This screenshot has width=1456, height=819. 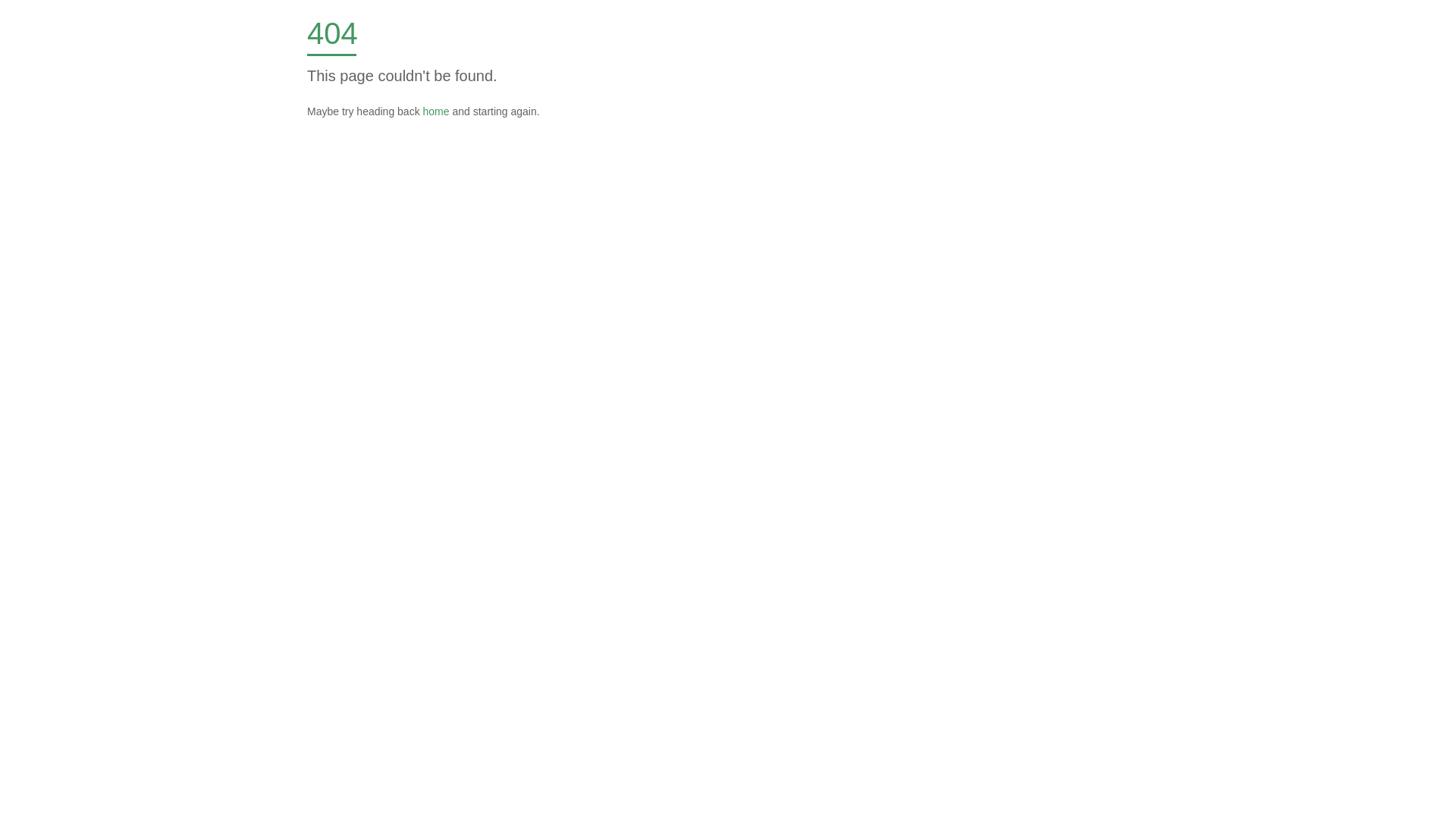 What do you see at coordinates (435, 110) in the screenshot?
I see `'home'` at bounding box center [435, 110].